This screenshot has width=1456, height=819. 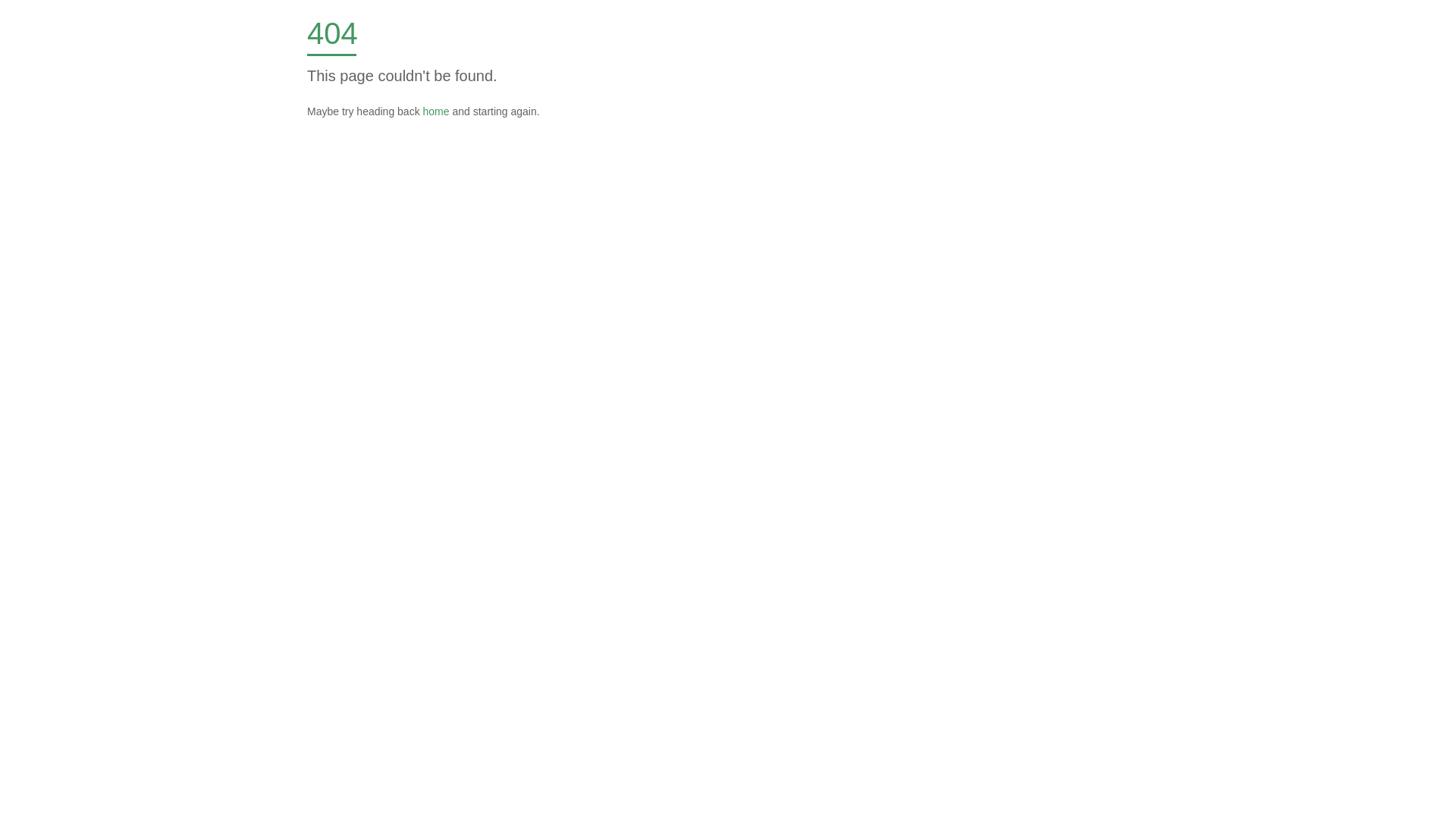 What do you see at coordinates (435, 110) in the screenshot?
I see `'home'` at bounding box center [435, 110].